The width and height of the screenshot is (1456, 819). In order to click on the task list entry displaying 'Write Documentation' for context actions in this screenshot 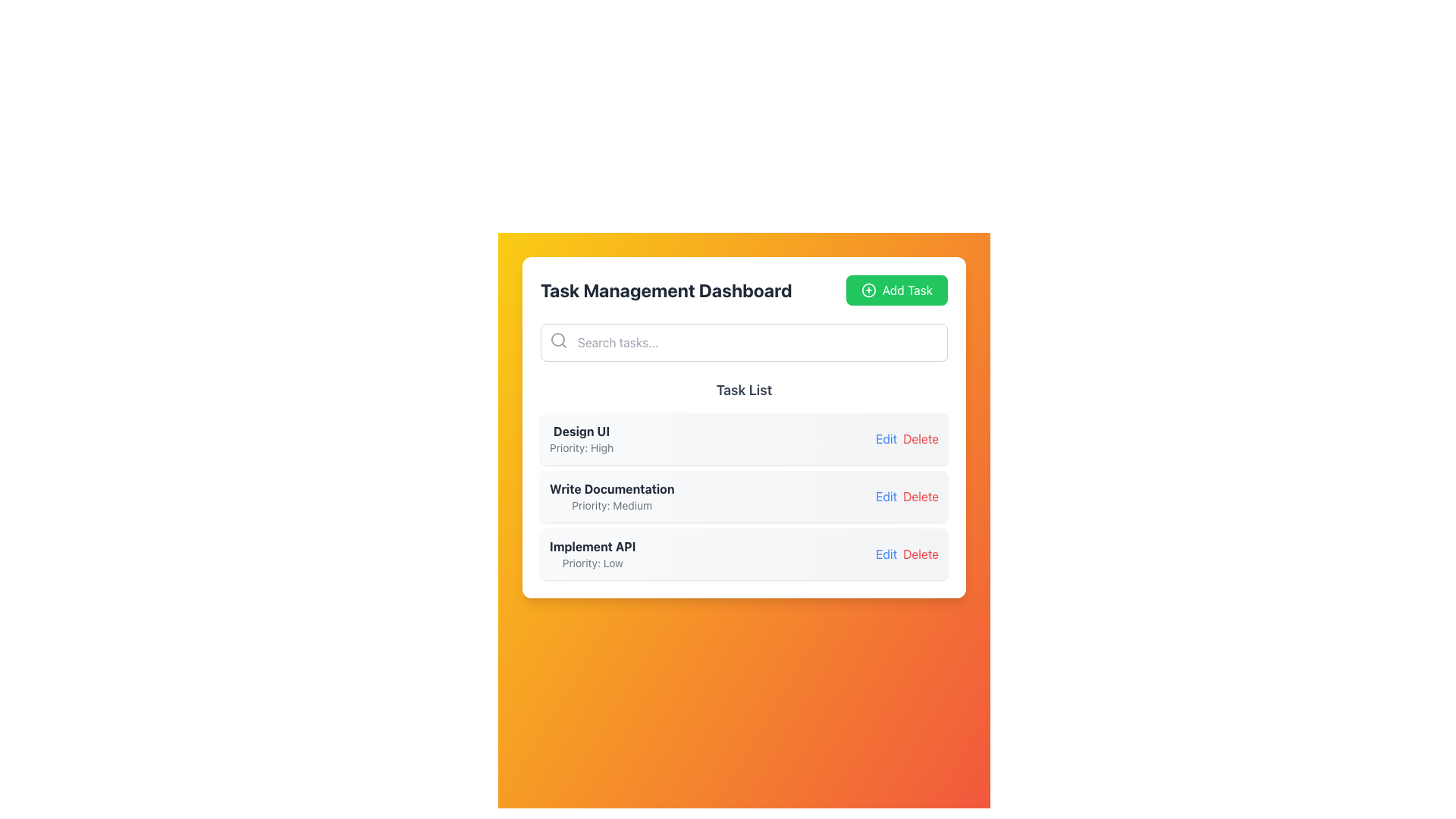, I will do `click(611, 497)`.